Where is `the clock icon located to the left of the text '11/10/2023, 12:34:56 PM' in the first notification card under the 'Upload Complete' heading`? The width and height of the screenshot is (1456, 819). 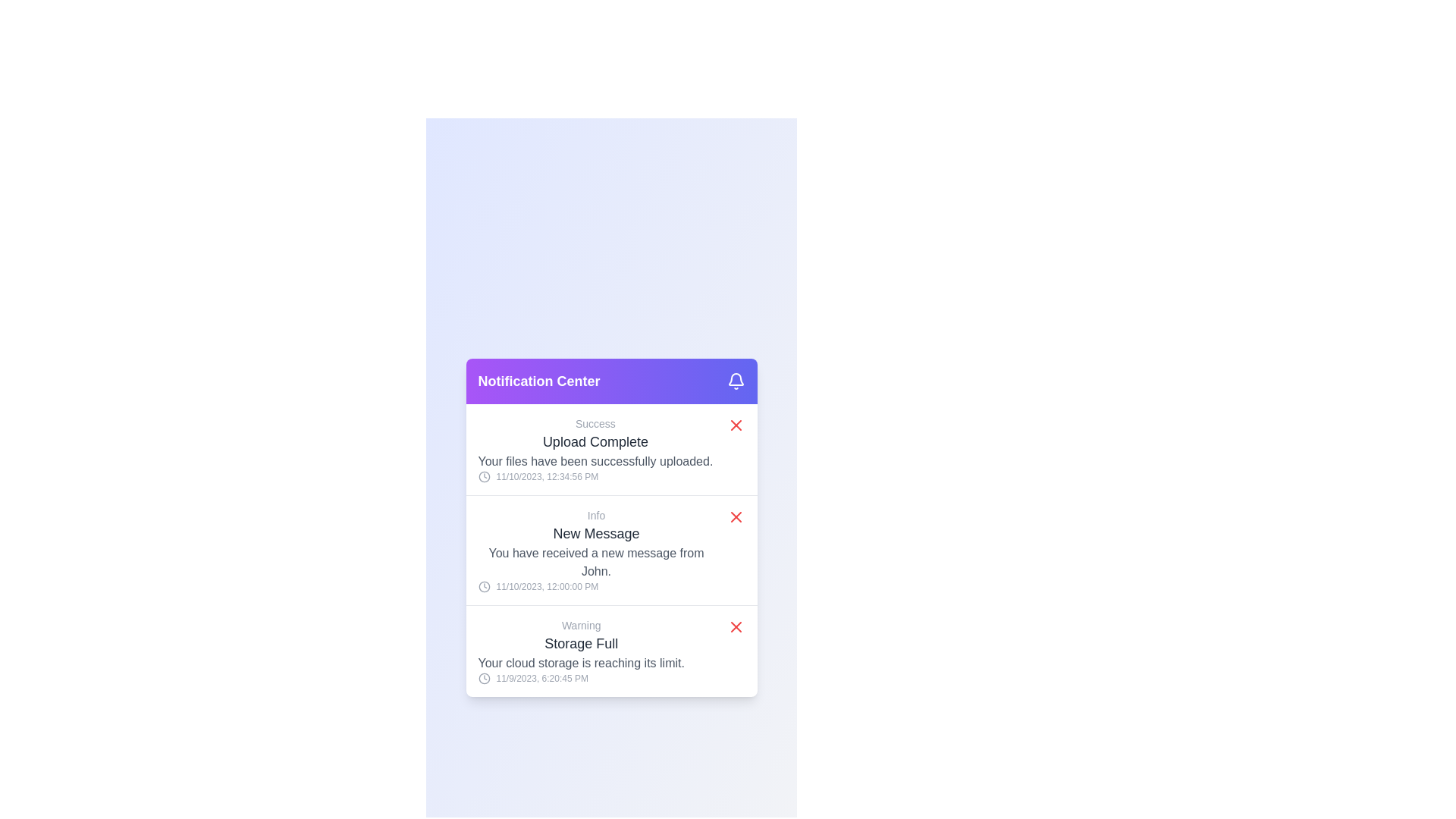
the clock icon located to the left of the text '11/10/2023, 12:34:56 PM' in the first notification card under the 'Upload Complete' heading is located at coordinates (483, 475).